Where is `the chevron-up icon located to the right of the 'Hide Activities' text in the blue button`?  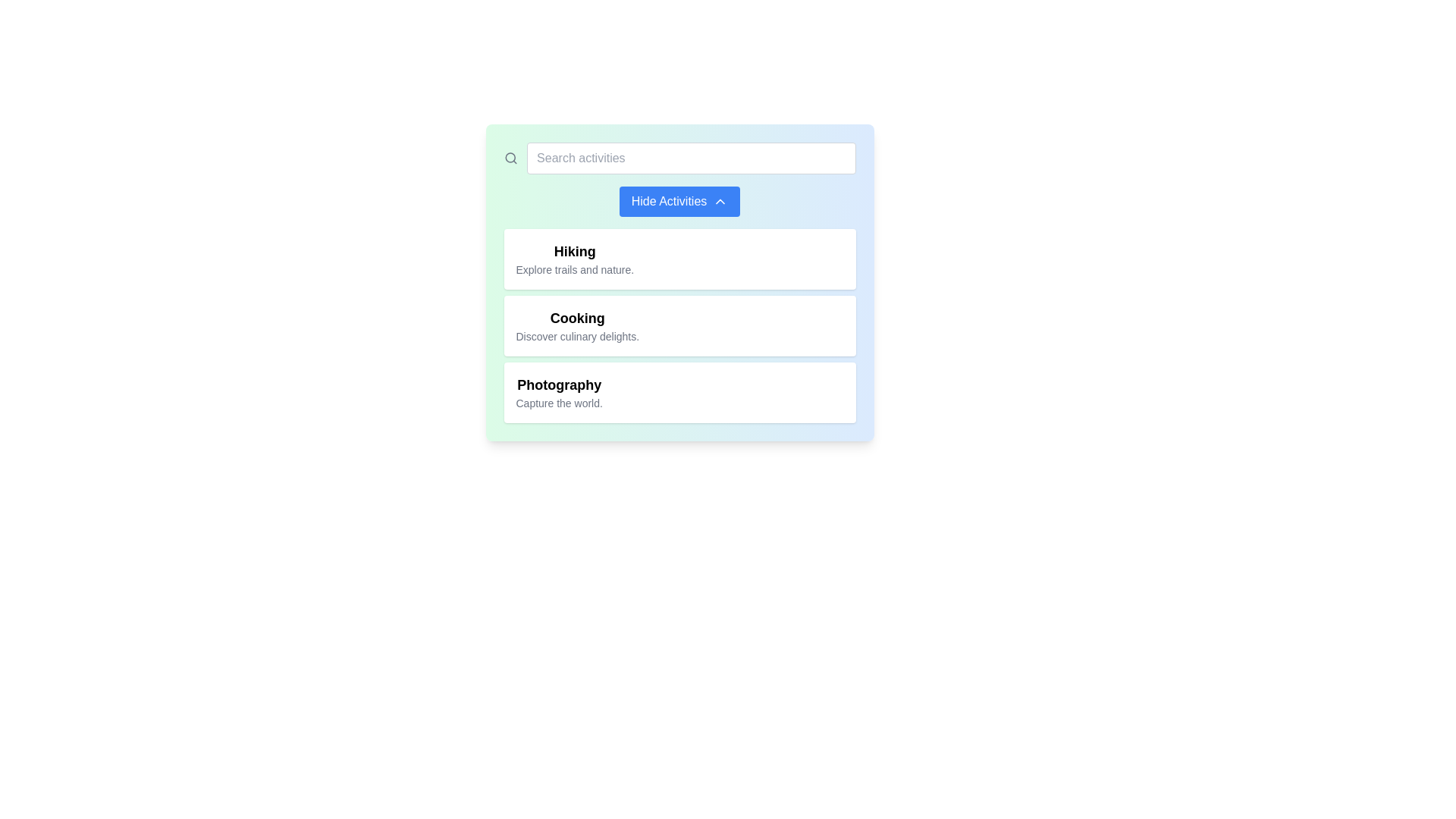
the chevron-up icon located to the right of the 'Hide Activities' text in the blue button is located at coordinates (720, 201).